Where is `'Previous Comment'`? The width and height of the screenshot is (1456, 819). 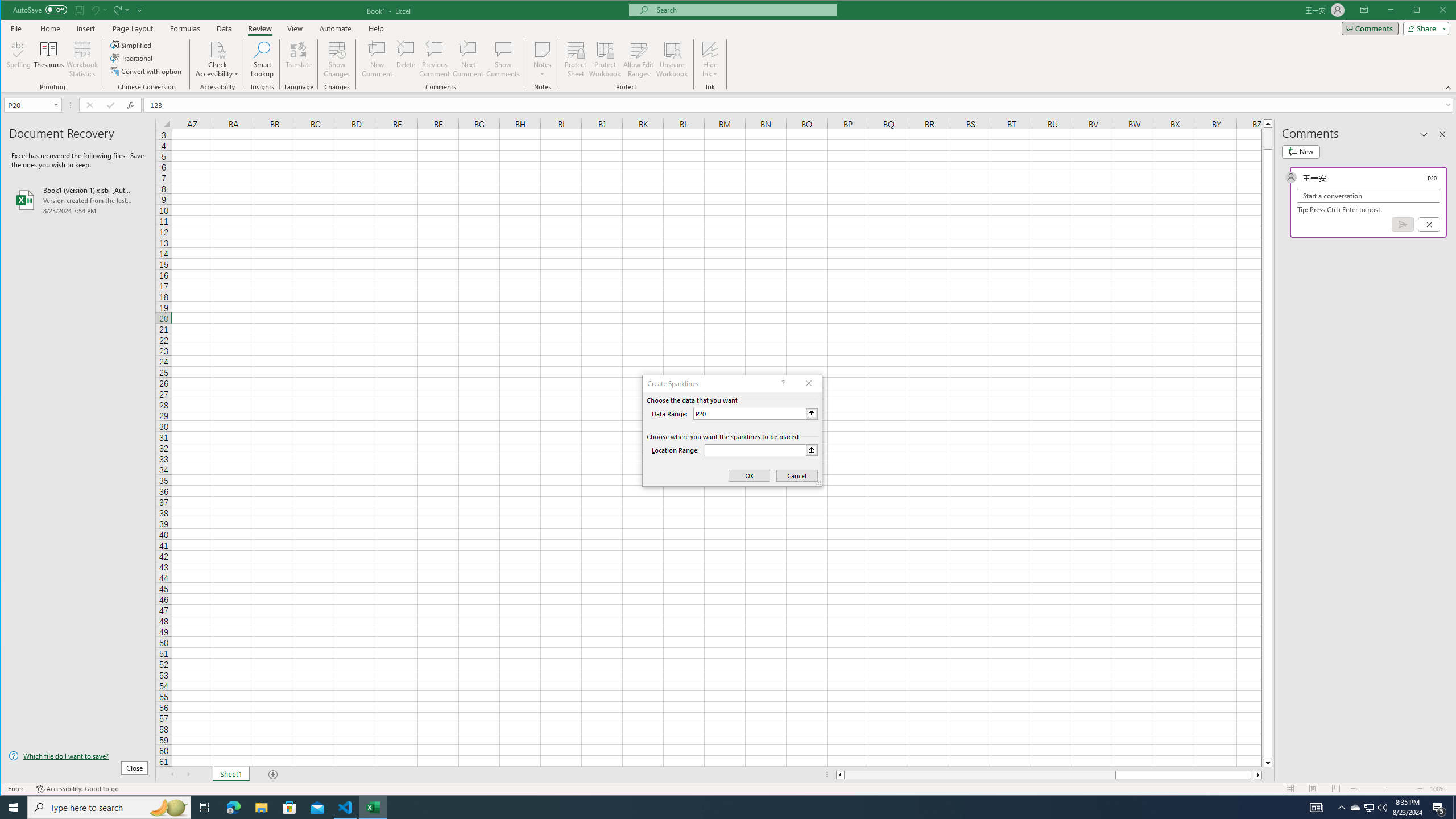
'Previous Comment' is located at coordinates (434, 59).